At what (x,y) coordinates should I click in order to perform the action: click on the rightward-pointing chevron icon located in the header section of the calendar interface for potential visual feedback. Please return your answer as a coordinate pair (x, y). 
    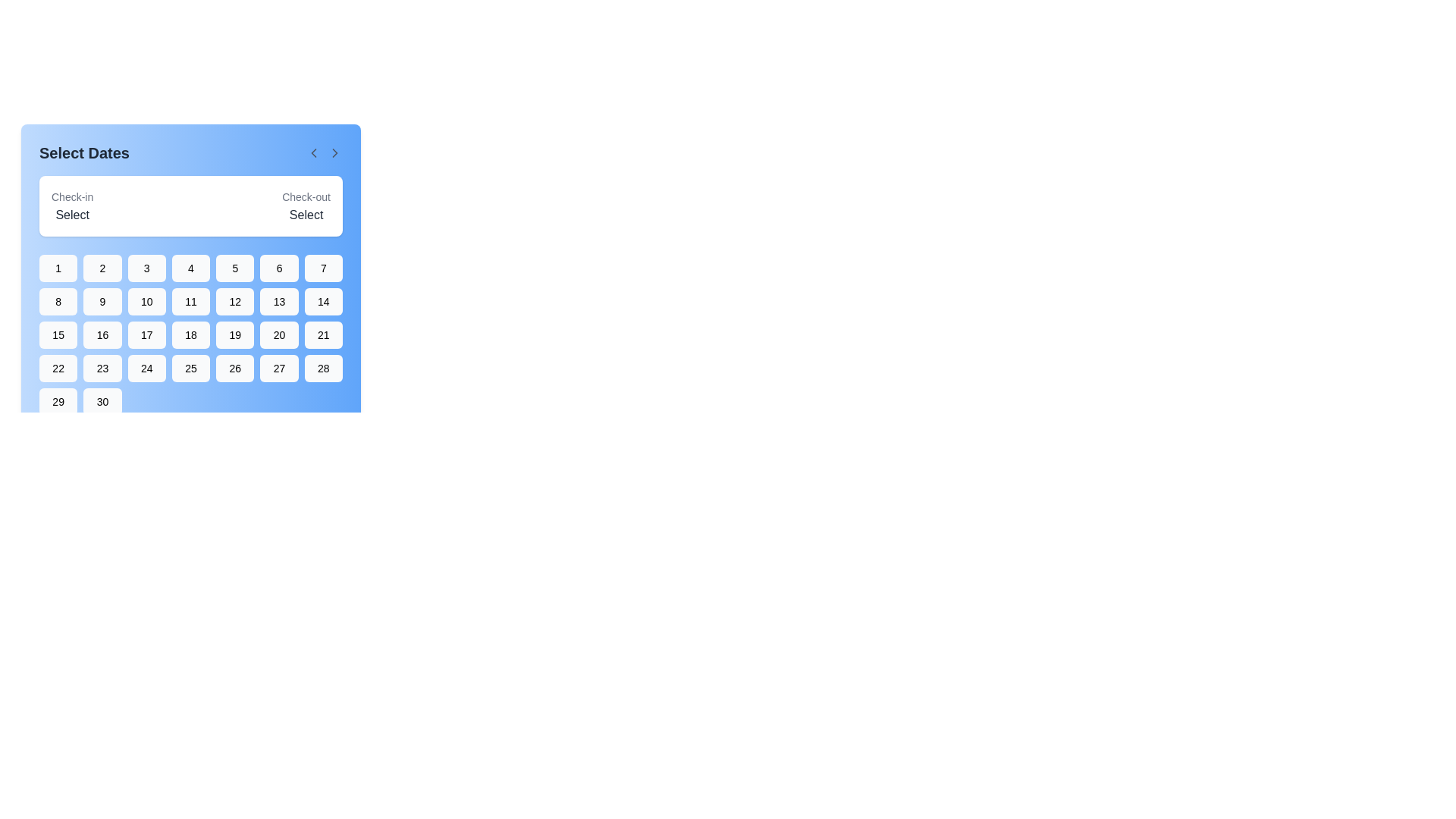
    Looking at the image, I should click on (334, 152).